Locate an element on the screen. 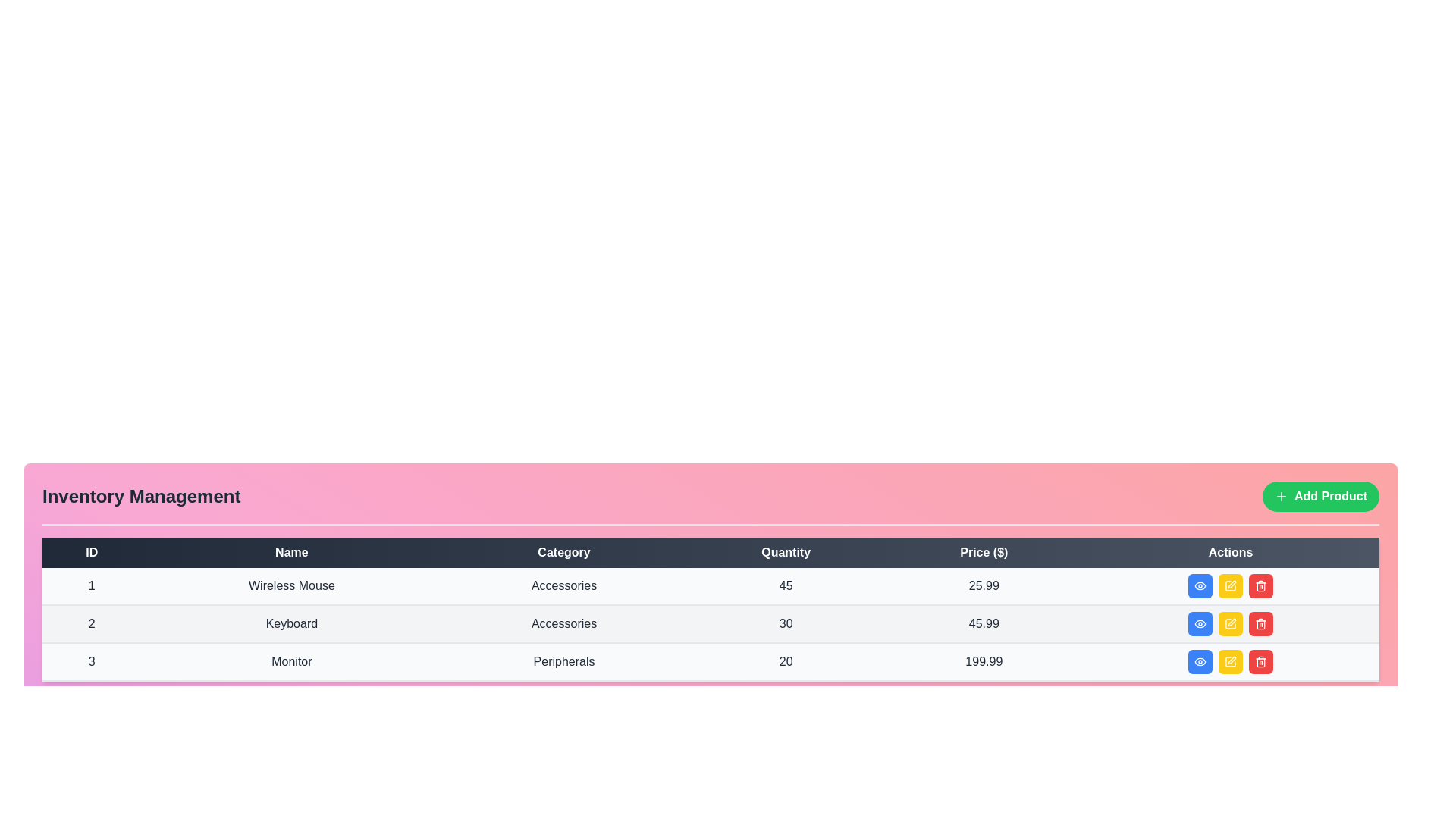 This screenshot has width=1456, height=819. text from the product name label located in the third row, second column of the inventory table in the Inventory Management interface is located at coordinates (291, 661).